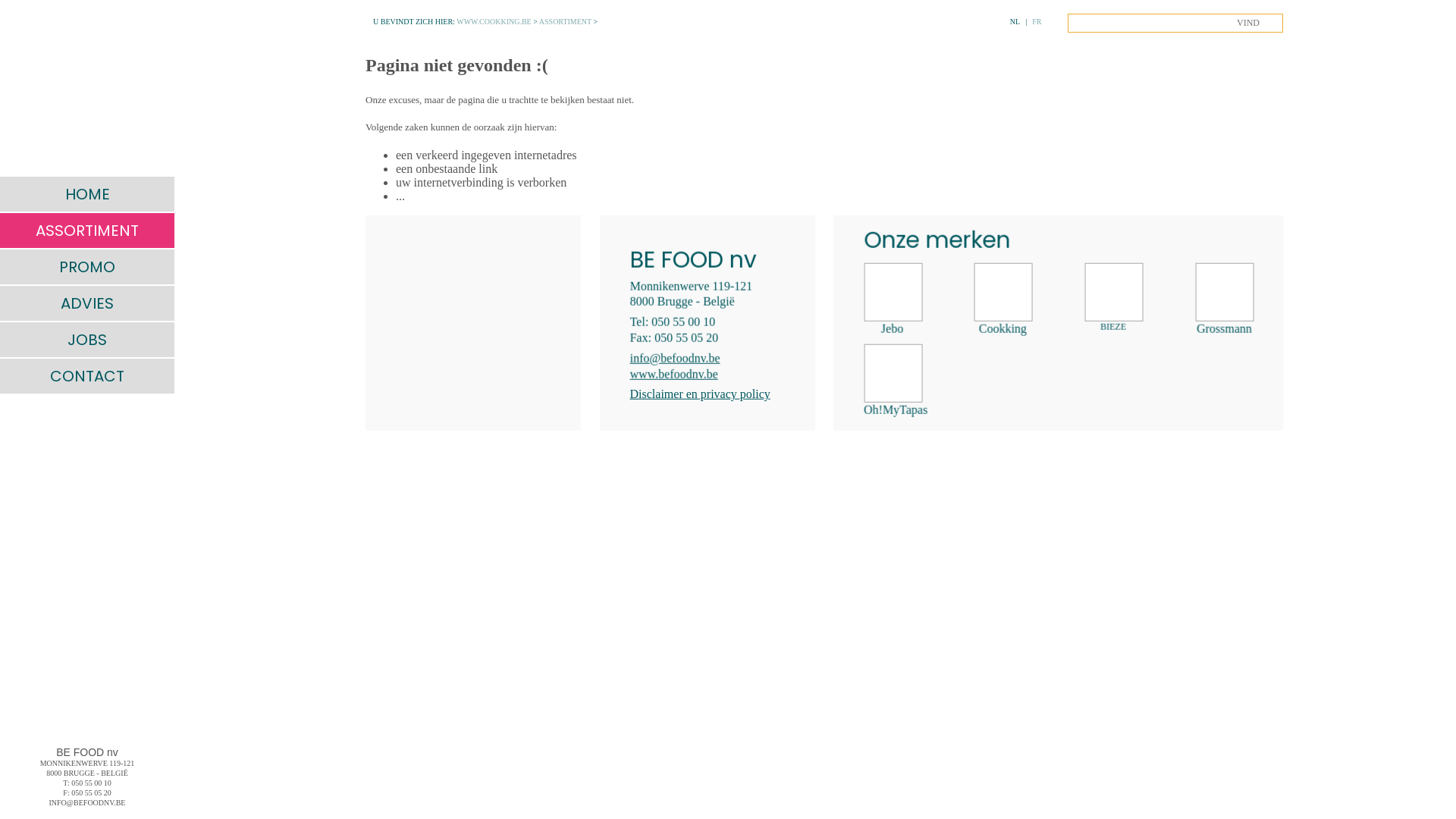 This screenshot has height=819, width=1456. I want to click on ' Jebo', so click(892, 299).